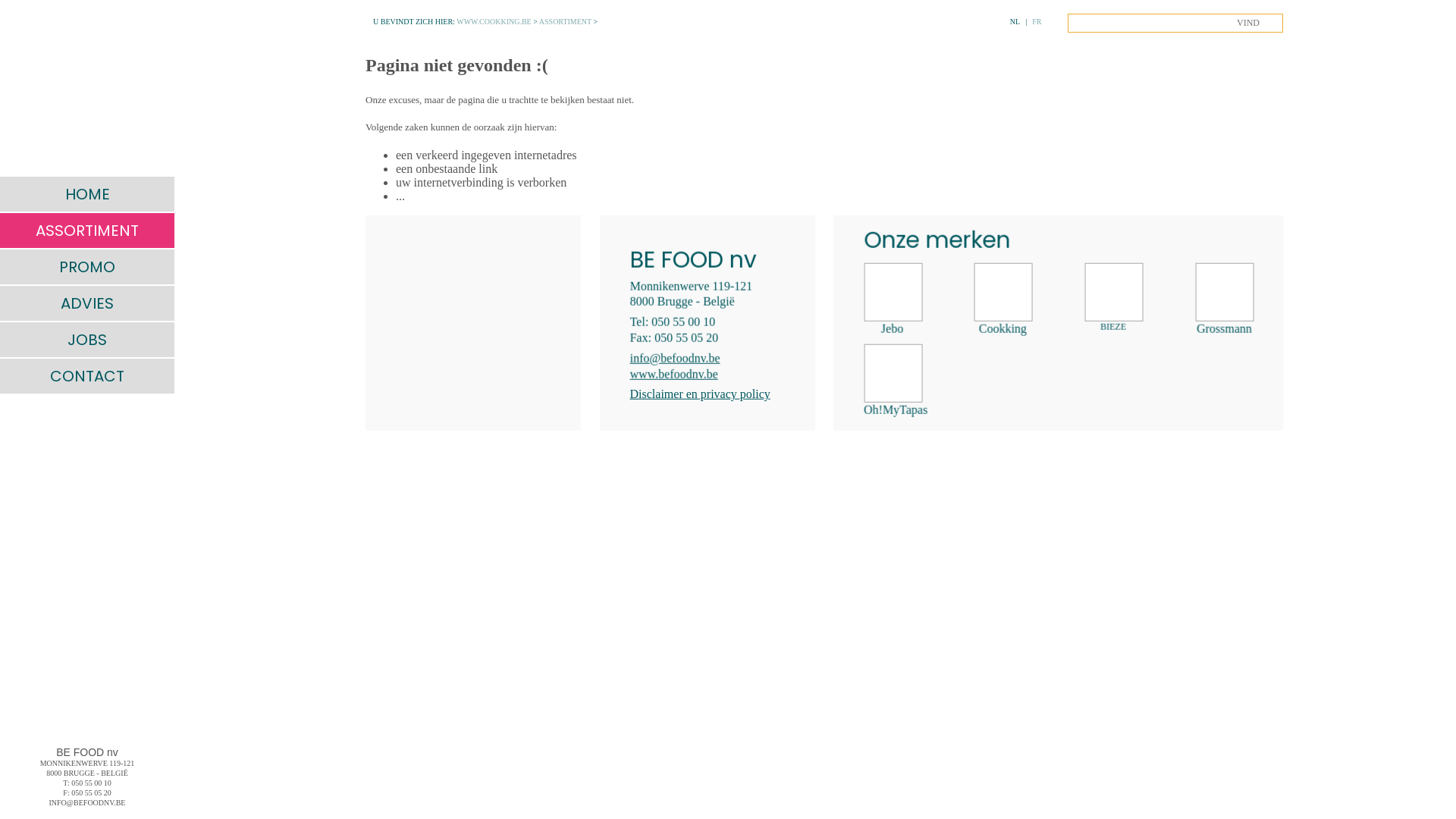 This screenshot has height=819, width=1456. I want to click on ' Jebo', so click(892, 299).